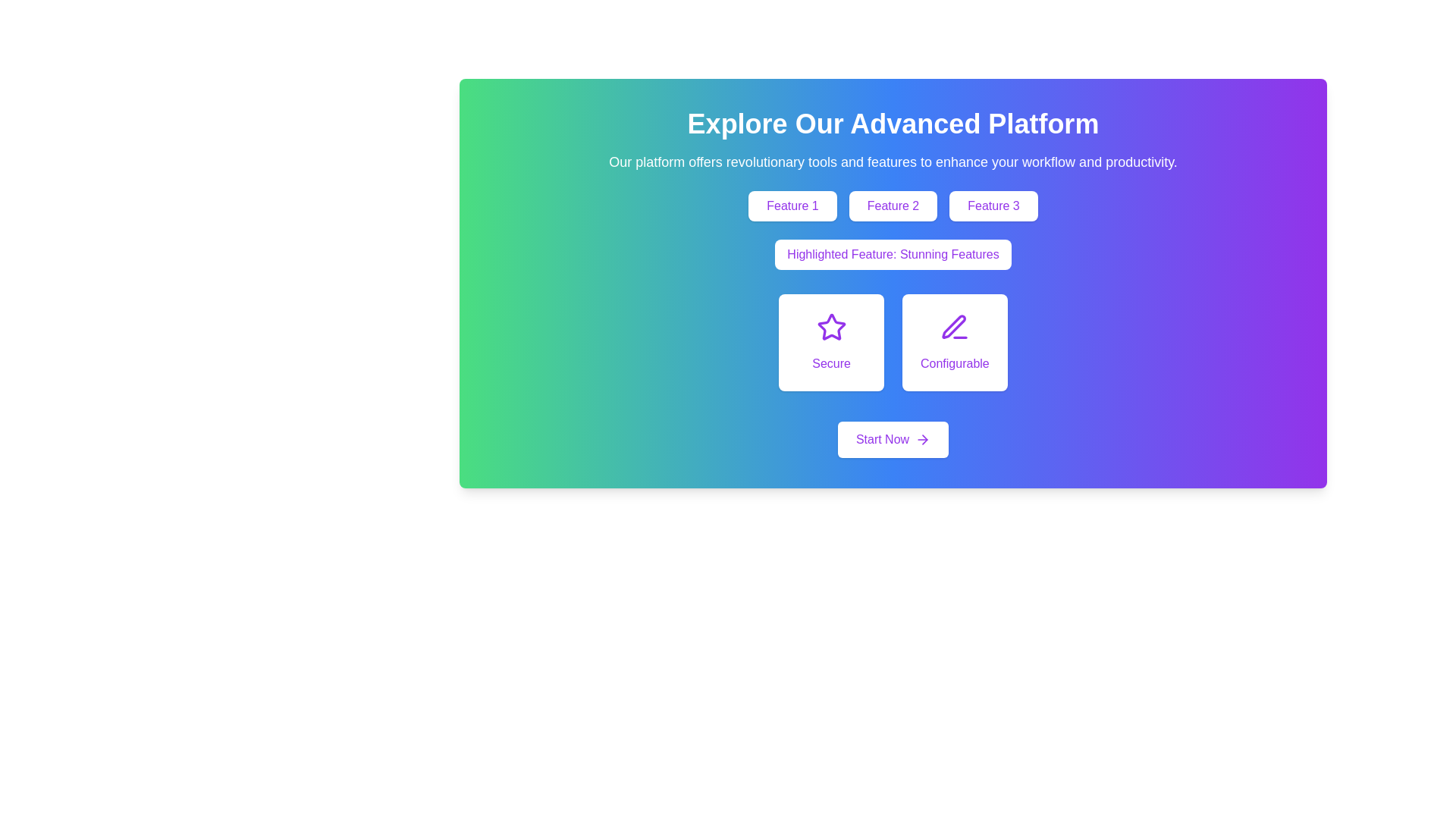 The height and width of the screenshot is (819, 1456). Describe the element at coordinates (953, 327) in the screenshot. I see `the SVG-based pen icon with a purple stroke, located in the second white box from the left under the 'Highlighted Feature: Stunning Features' section` at that location.